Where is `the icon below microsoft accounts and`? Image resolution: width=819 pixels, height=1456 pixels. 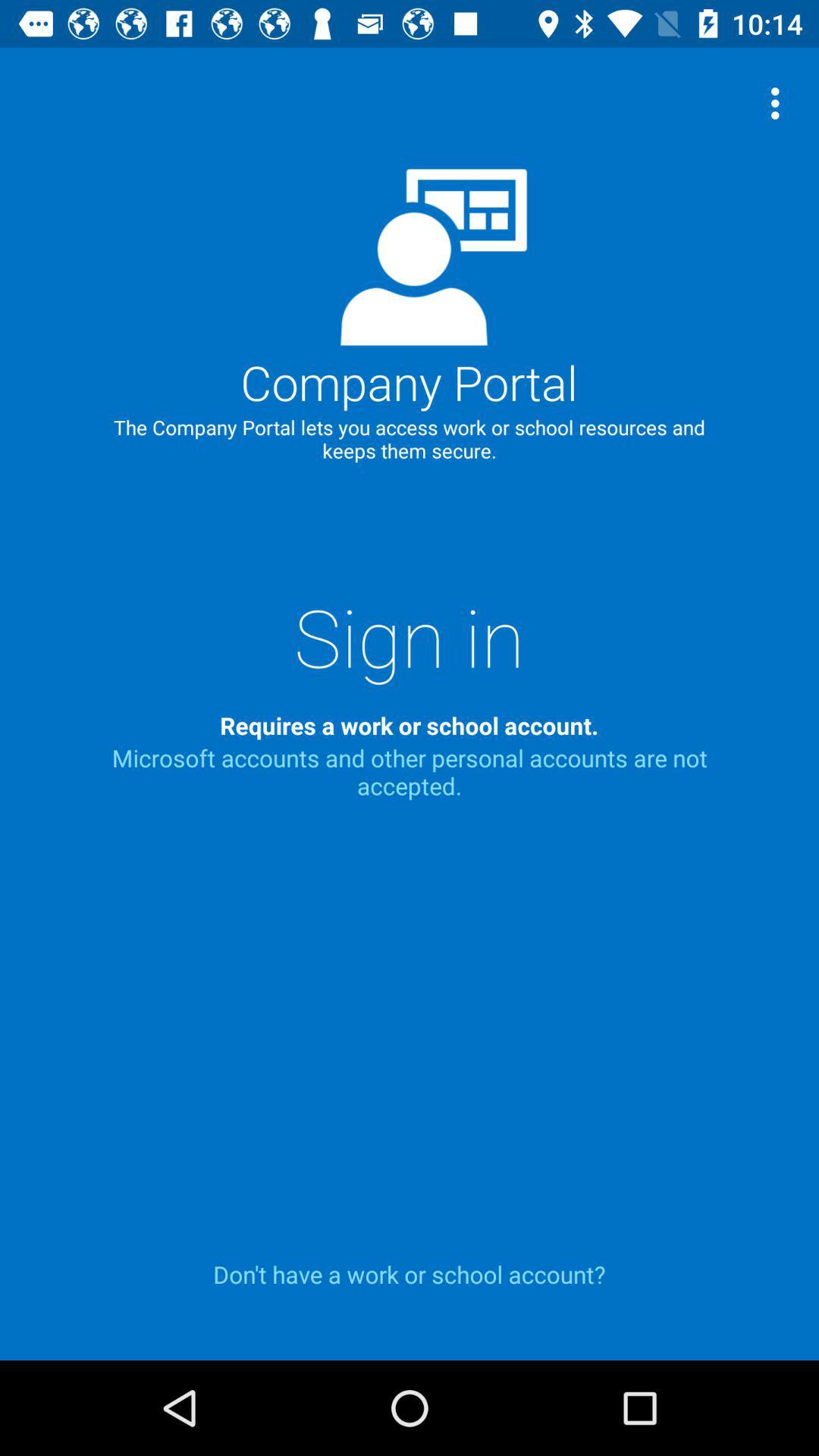
the icon below microsoft accounts and is located at coordinates (409, 1274).